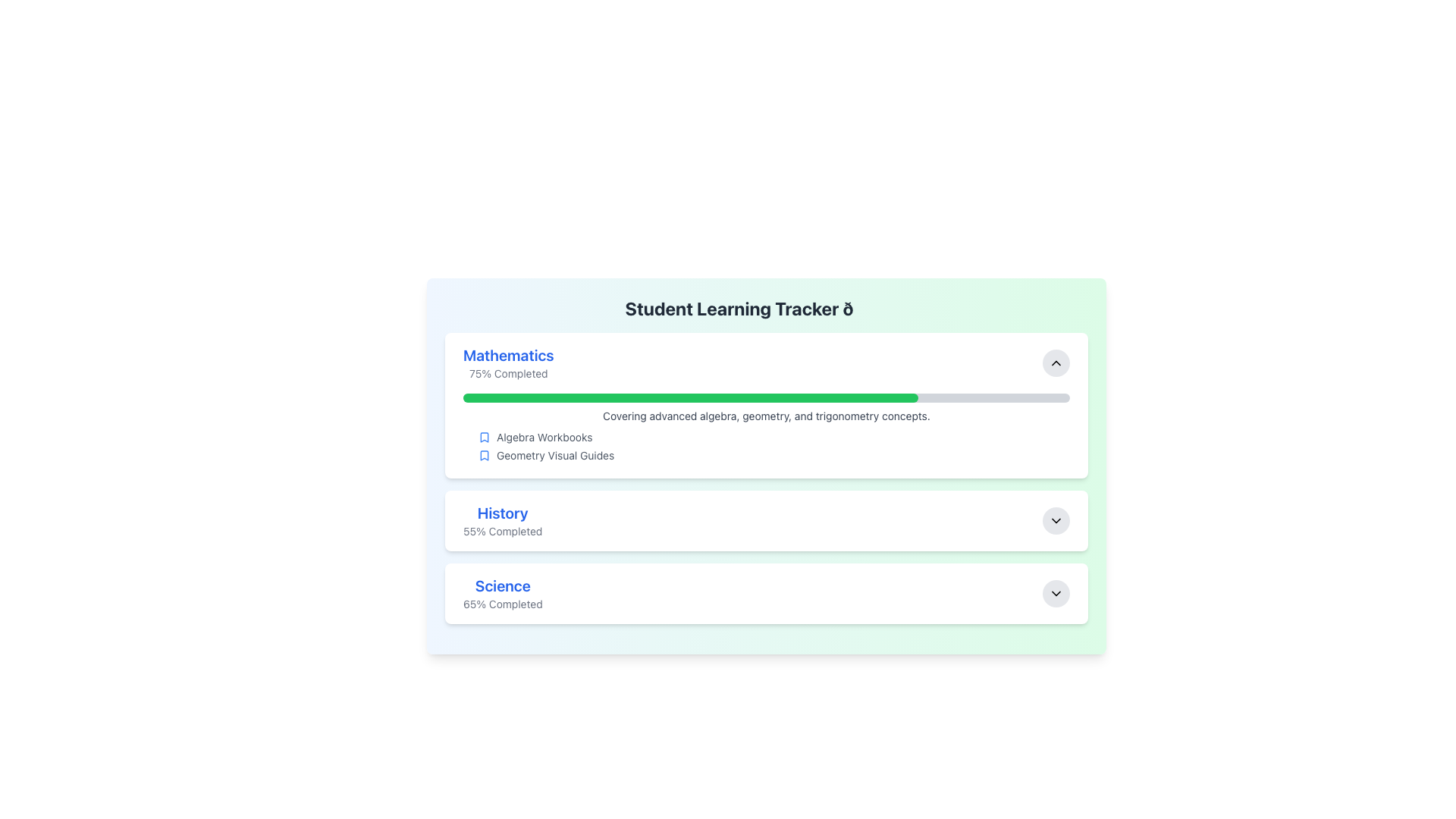 Image resolution: width=1456 pixels, height=819 pixels. What do you see at coordinates (1055, 362) in the screenshot?
I see `the upward-facing chevron arrow icon button in the upper-right corner of the 'Mathematics' section` at bounding box center [1055, 362].